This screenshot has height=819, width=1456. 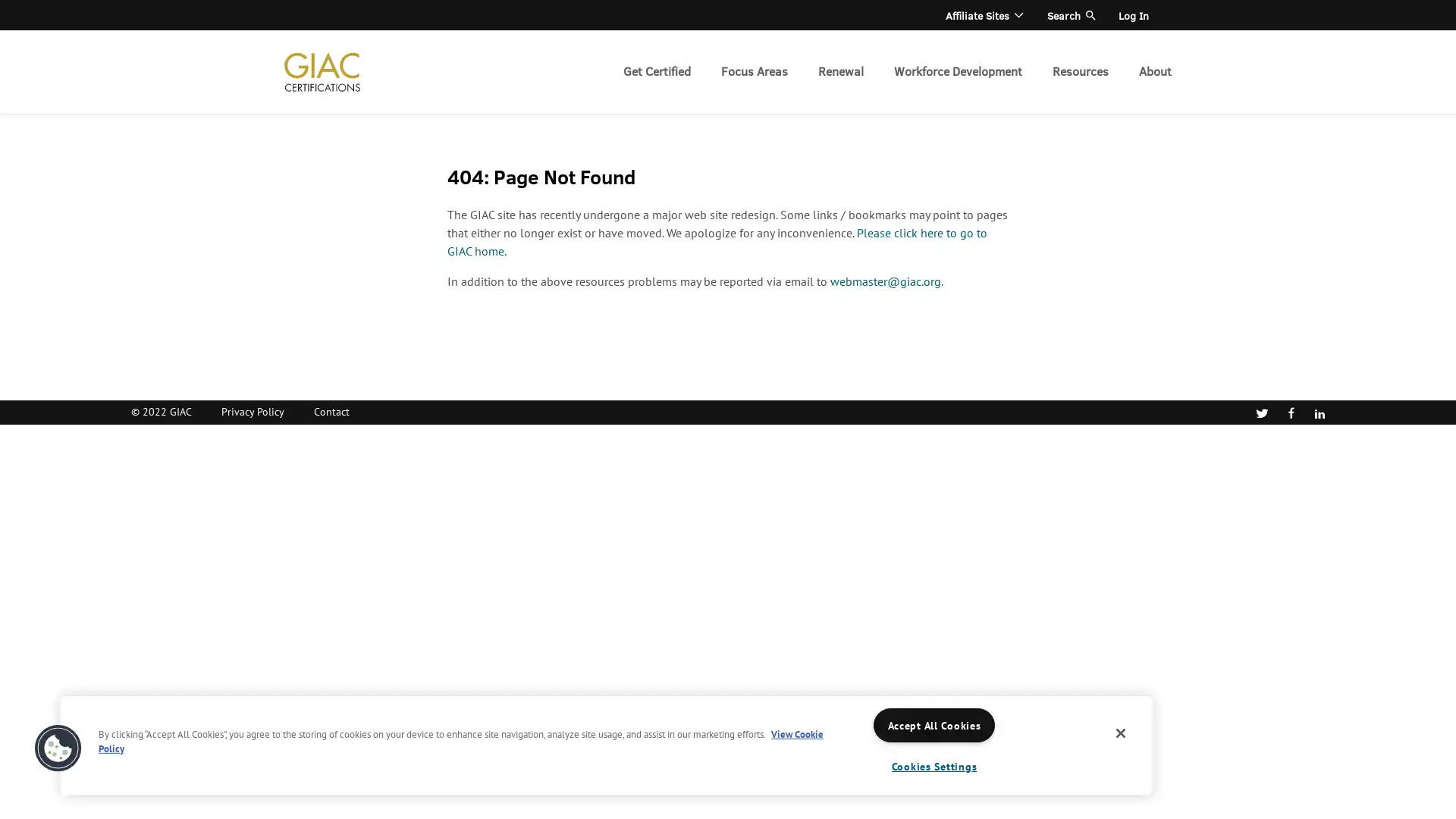 I want to click on Cookies Settings, so click(x=934, y=766).